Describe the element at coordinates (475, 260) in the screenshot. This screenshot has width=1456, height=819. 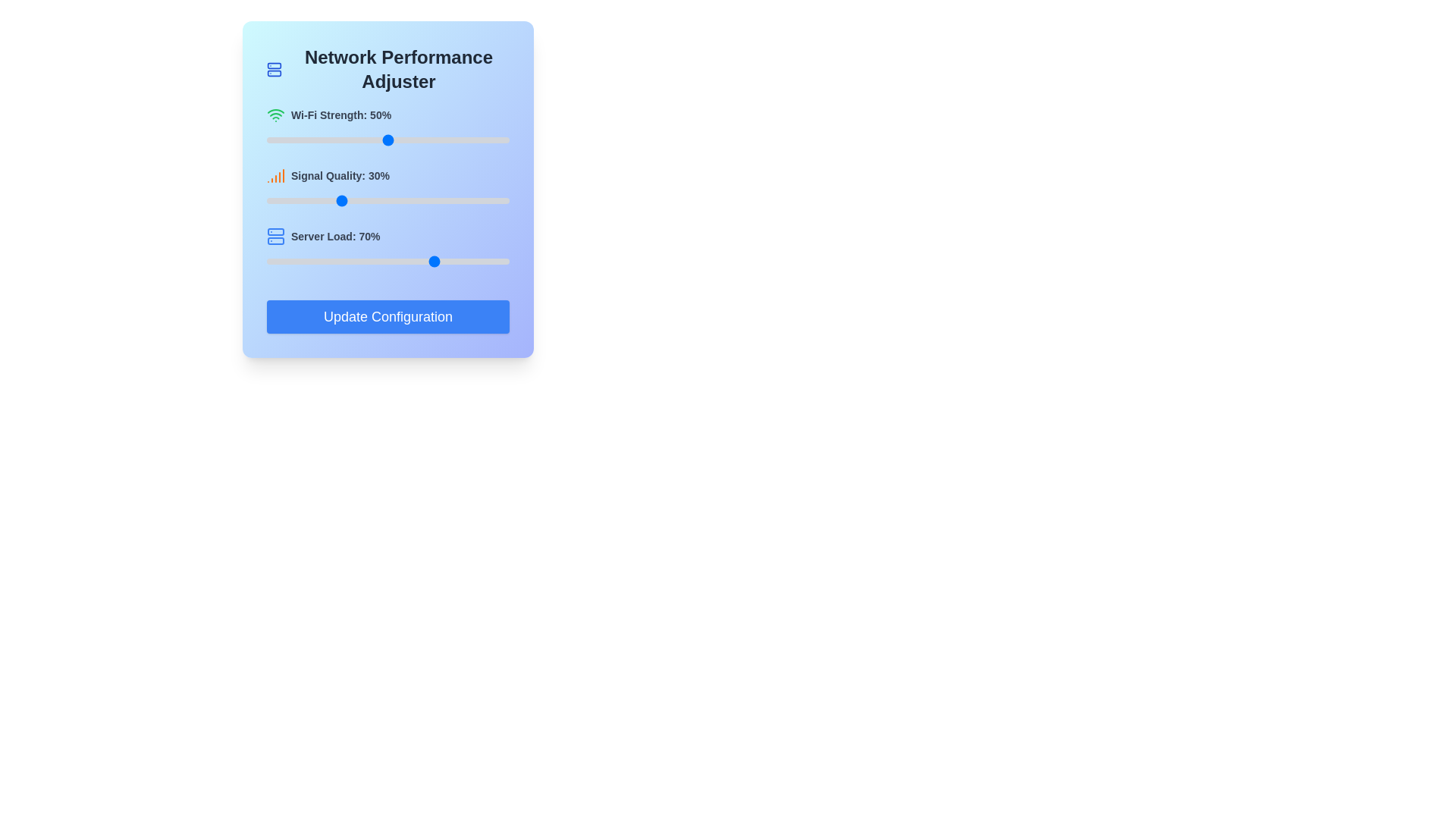
I see `the server load slider` at that location.